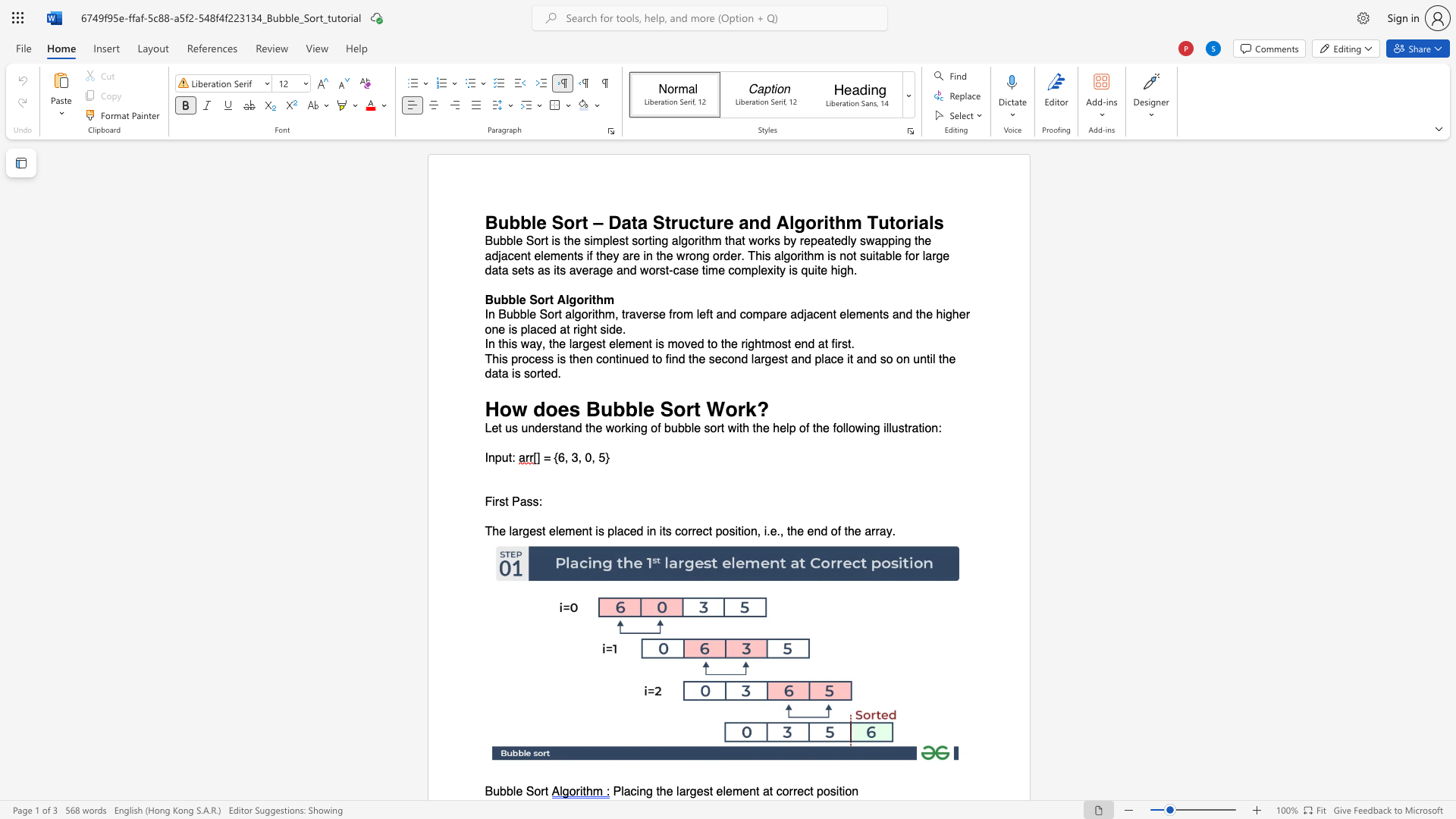 The image size is (1456, 819). What do you see at coordinates (565, 328) in the screenshot?
I see `the space between the continuous character "a" and "t" in the text` at bounding box center [565, 328].